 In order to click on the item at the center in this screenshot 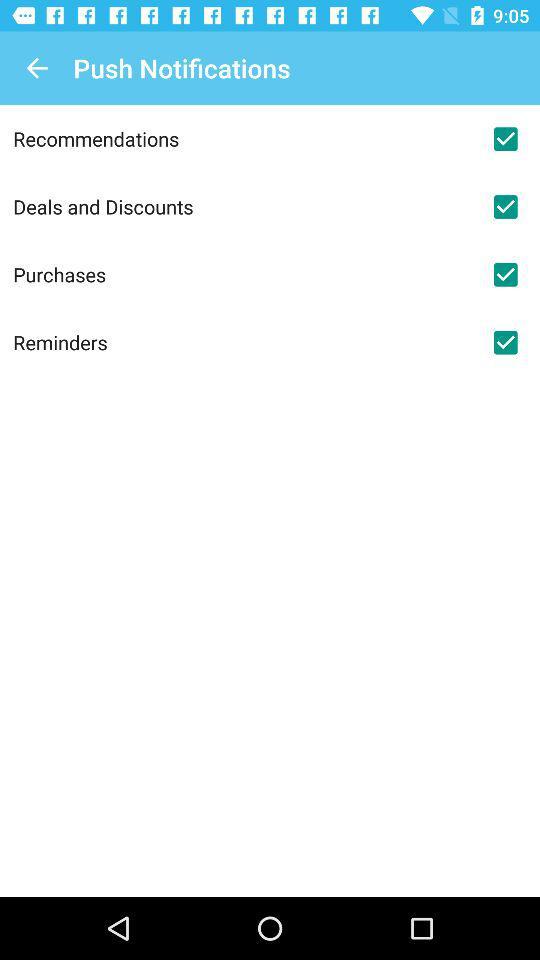, I will do `click(242, 342)`.